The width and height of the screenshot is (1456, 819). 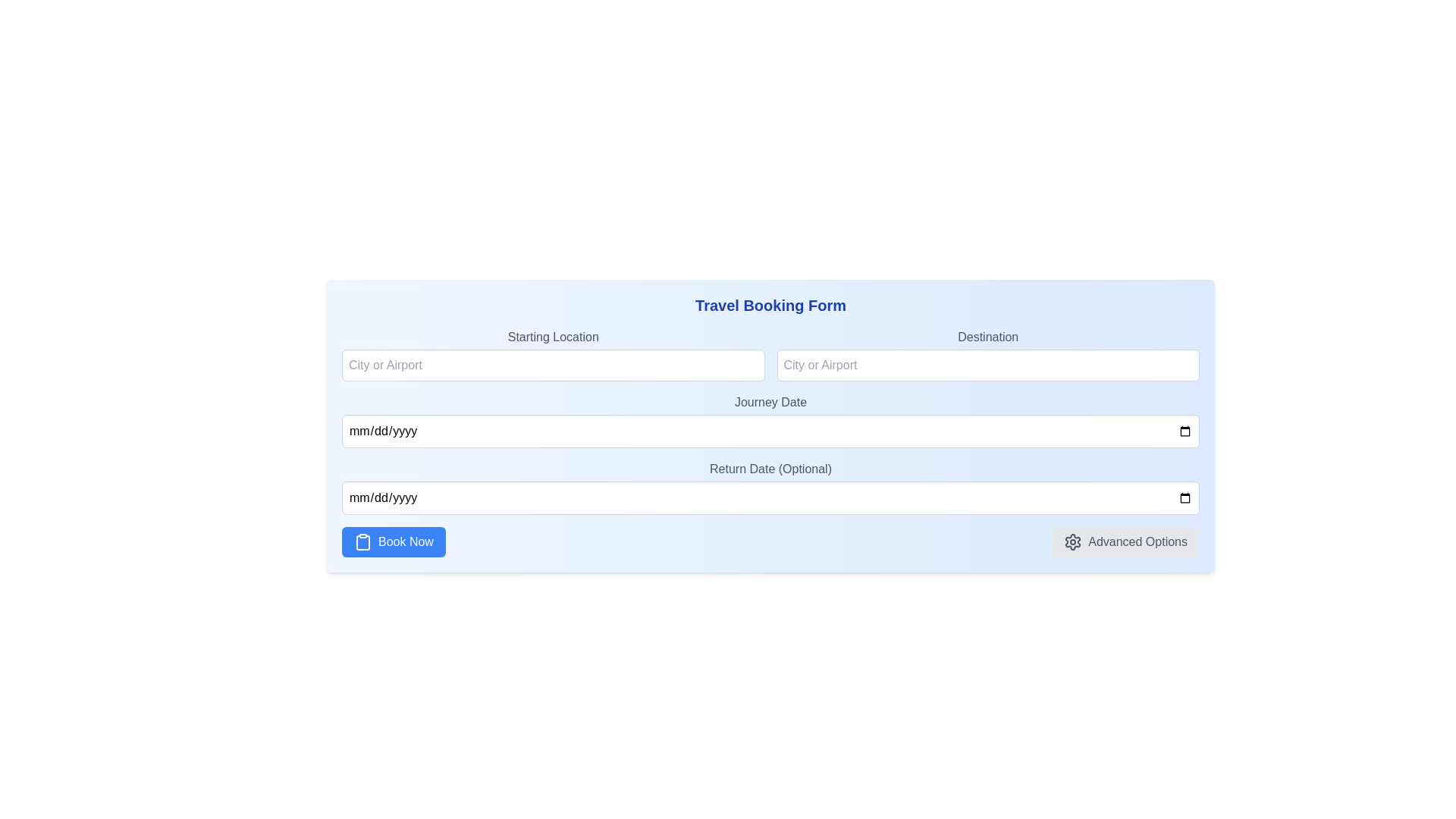 I want to click on the gear icon representing the 'Advanced Options' feature, so click(x=1072, y=541).